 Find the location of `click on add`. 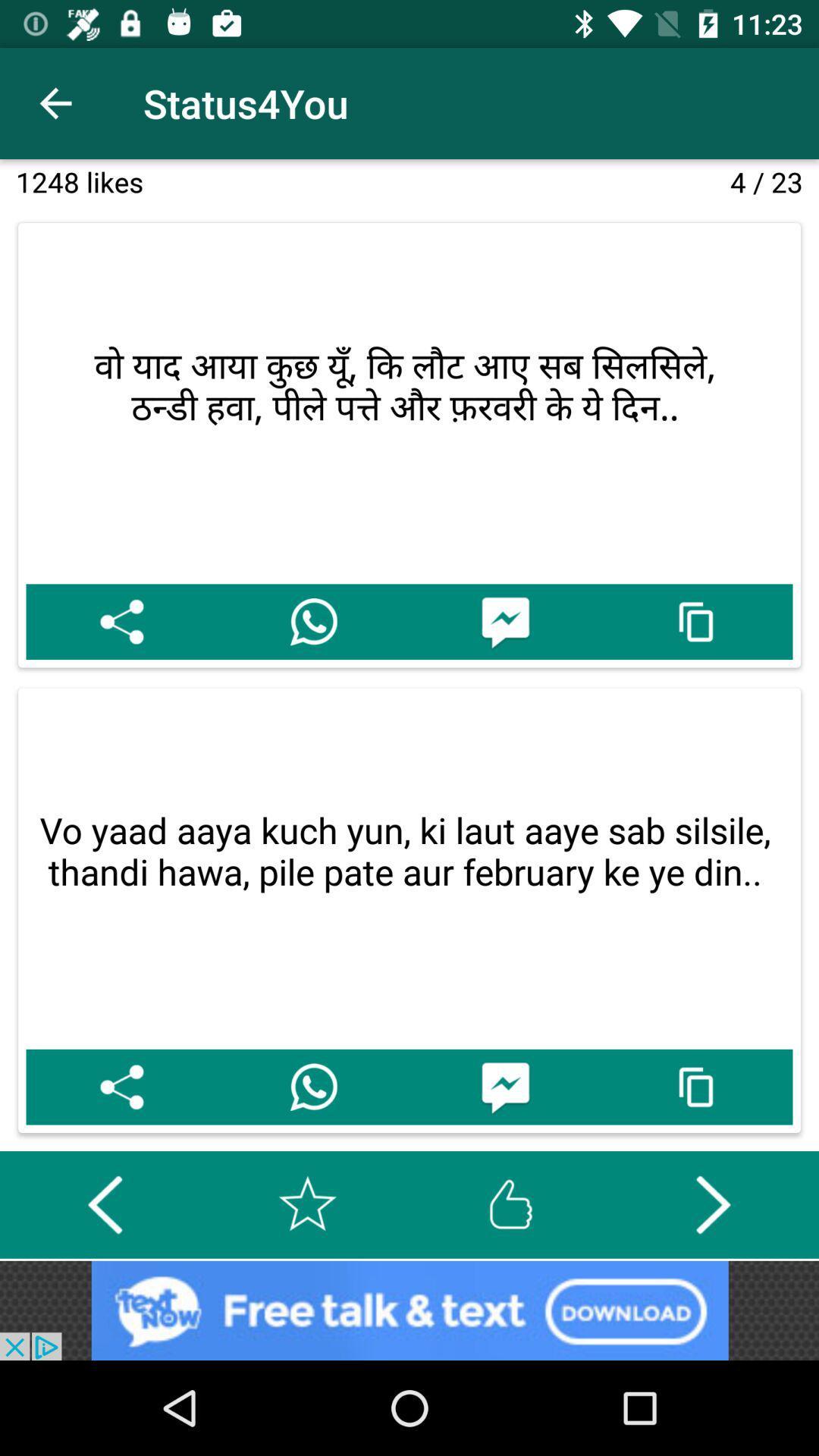

click on add is located at coordinates (409, 1310).